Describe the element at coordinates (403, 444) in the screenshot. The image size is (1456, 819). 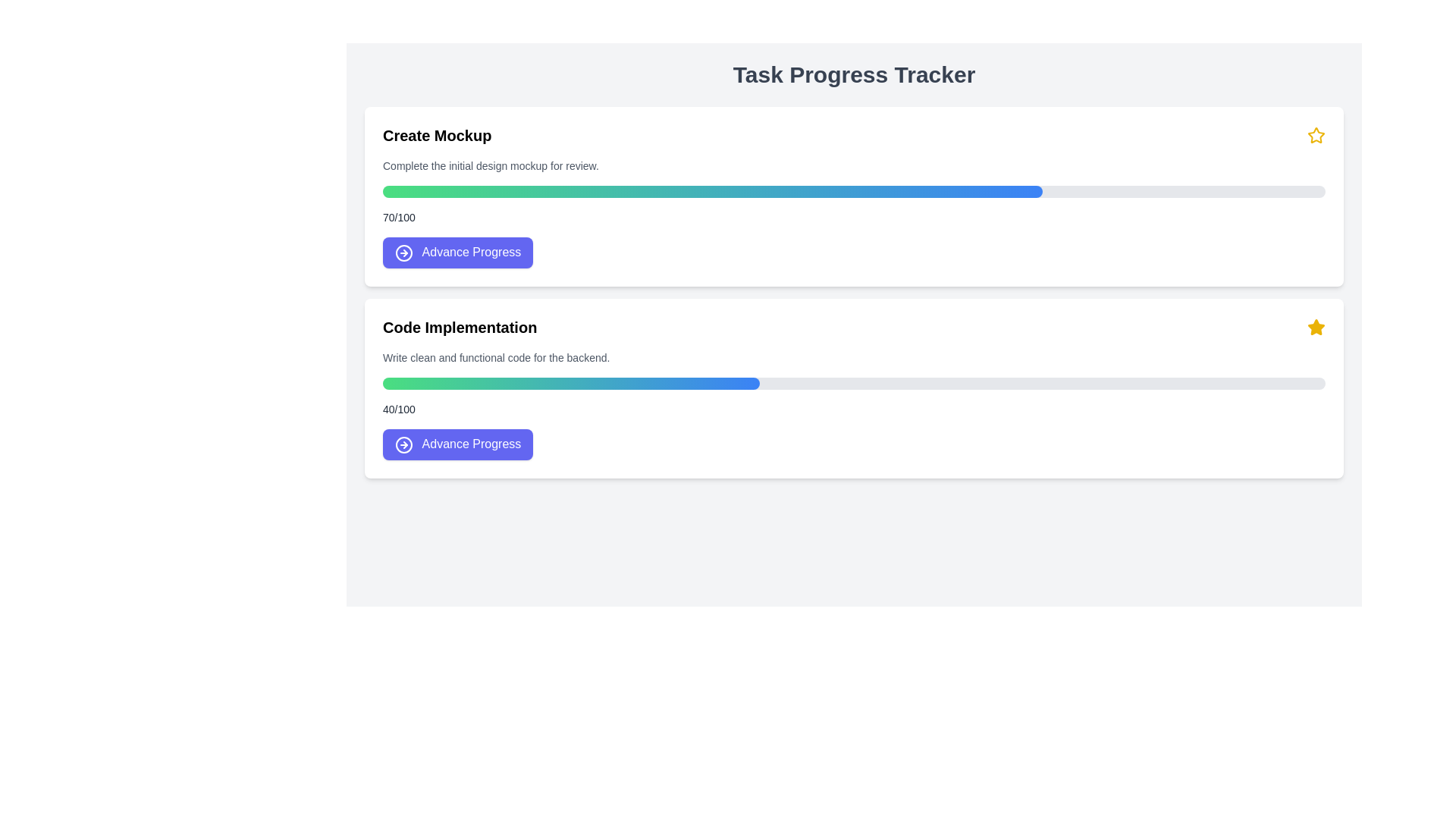
I see `the circular icon with a right-pointing arrow, styled with a blue background and white stroke lines, located within the 'Advance Progress' button in the second task section` at that location.